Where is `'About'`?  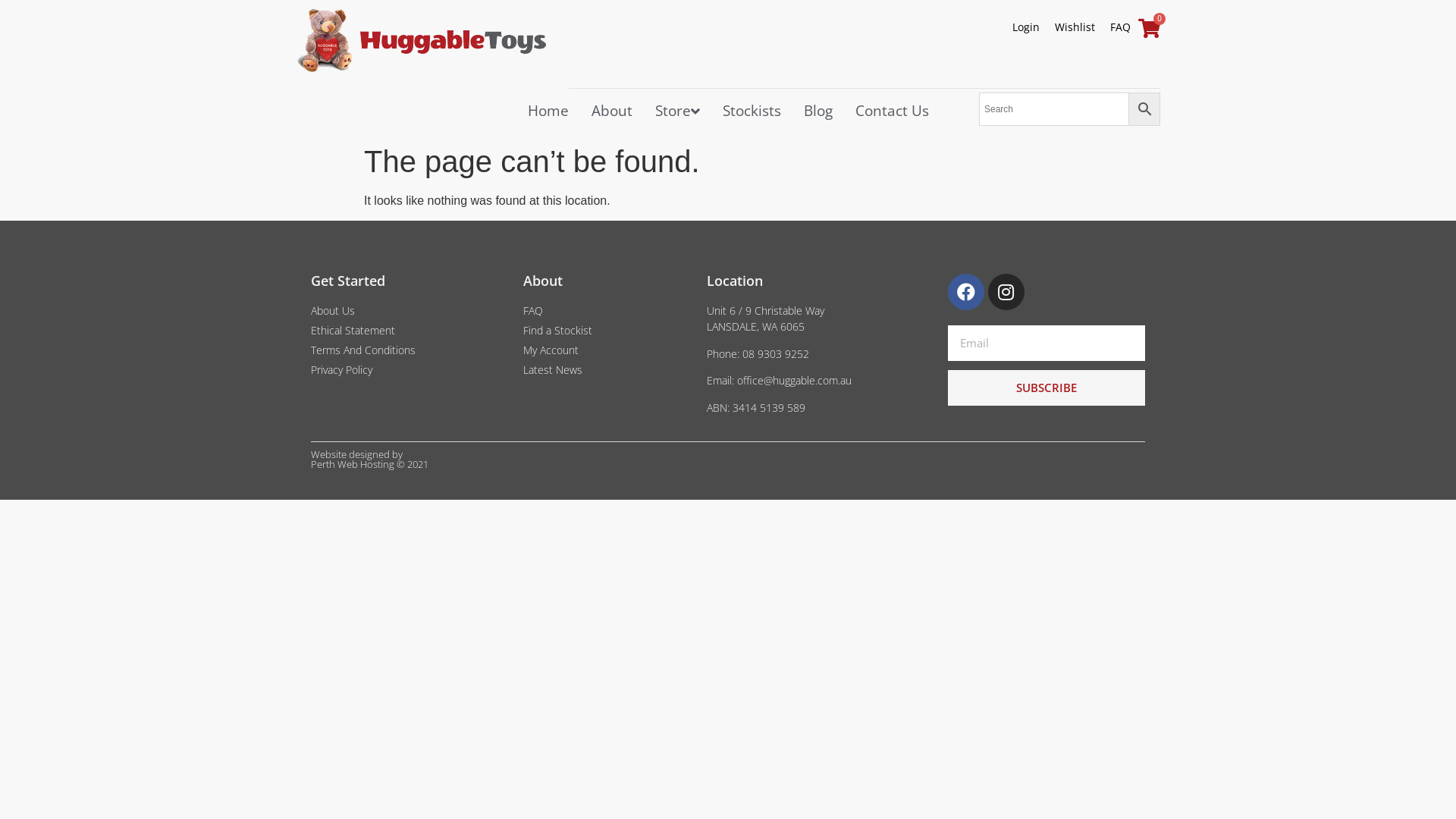
'About' is located at coordinates (611, 110).